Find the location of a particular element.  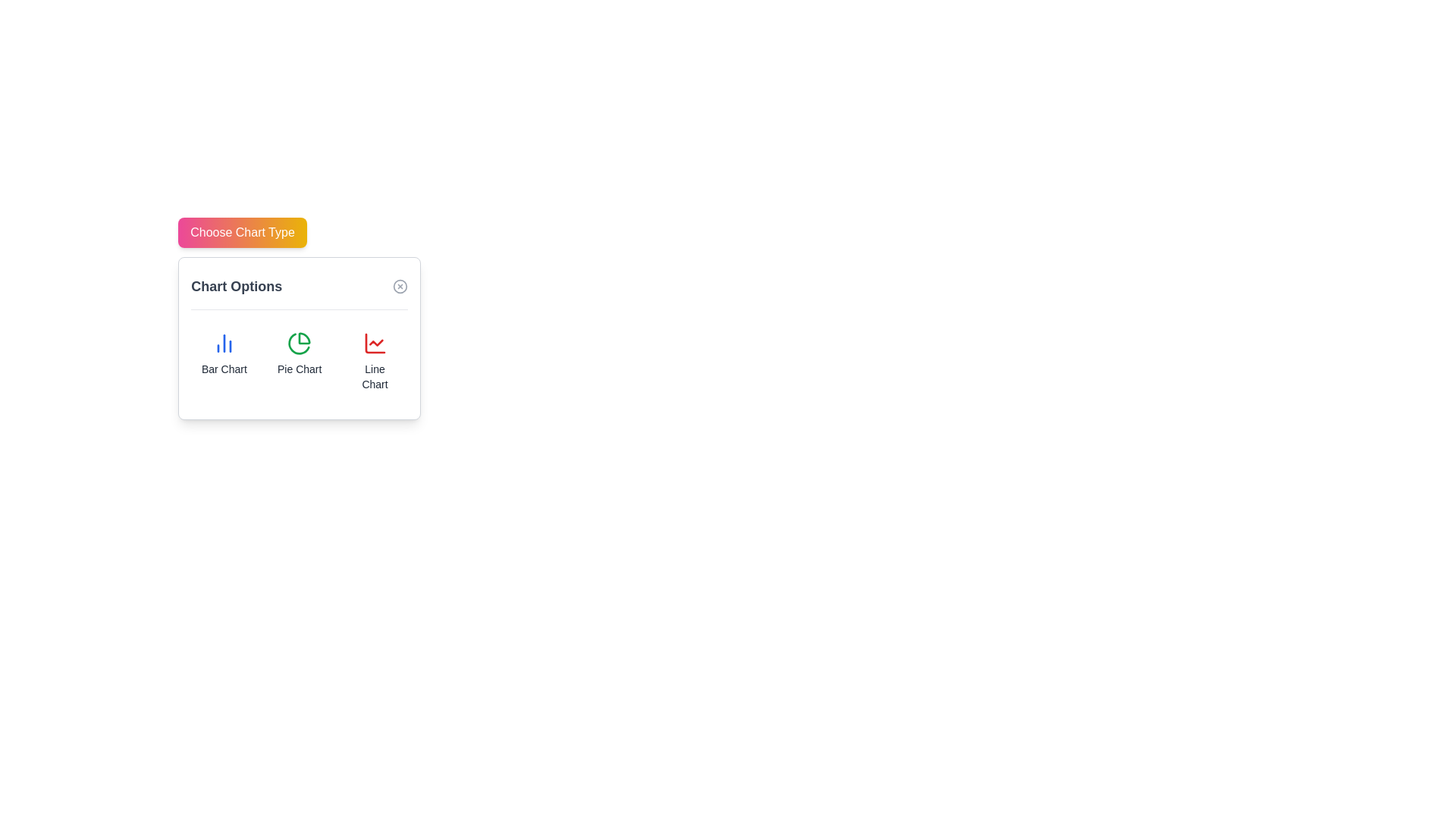

the outermost slice of the pie chart representation in the 'Pie Chart' option inside the chart options modal is located at coordinates (303, 337).